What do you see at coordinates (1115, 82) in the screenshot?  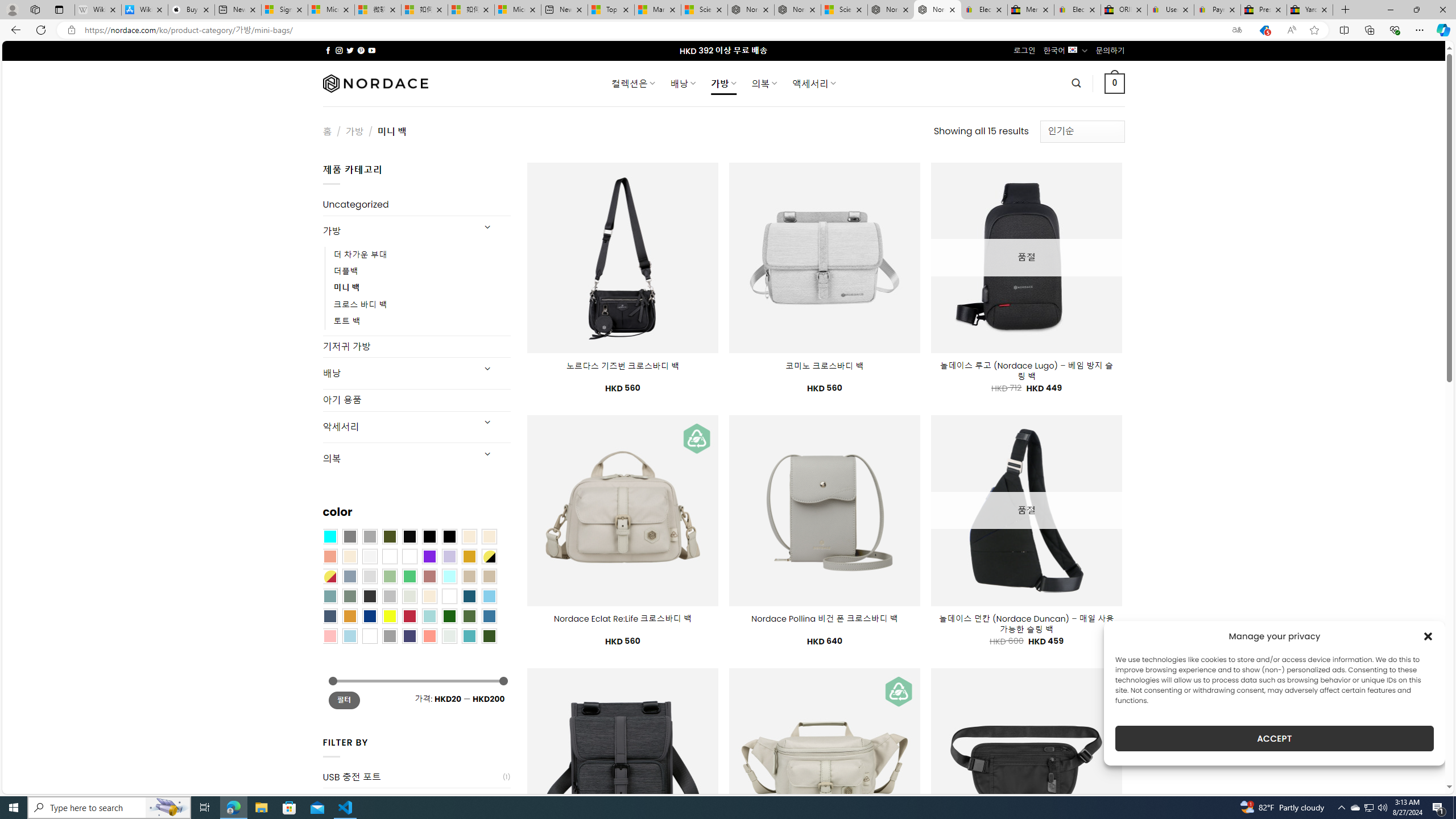 I see `' 0 '` at bounding box center [1115, 82].